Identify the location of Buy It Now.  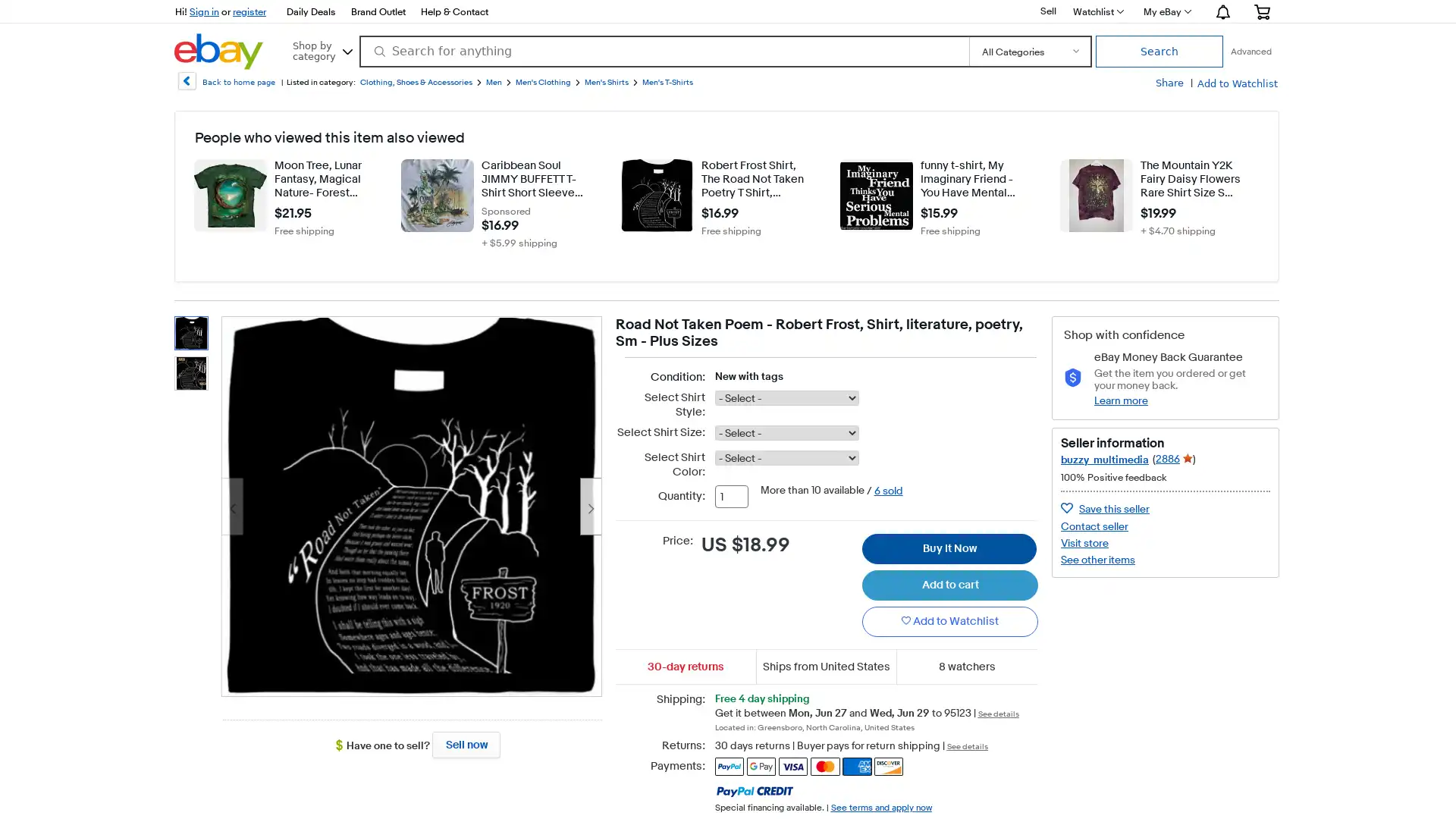
(949, 549).